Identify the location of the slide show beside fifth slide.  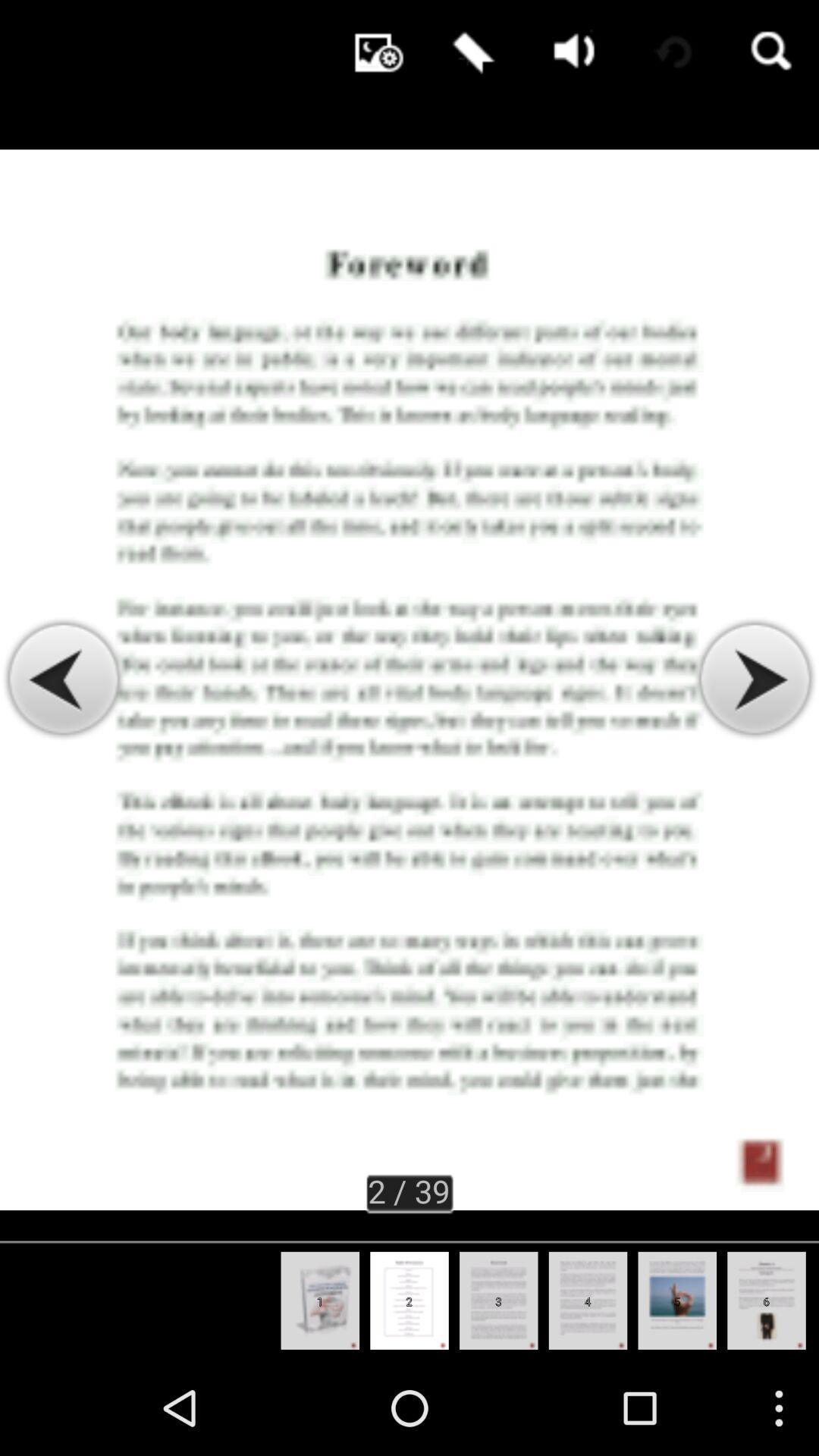
(767, 1300).